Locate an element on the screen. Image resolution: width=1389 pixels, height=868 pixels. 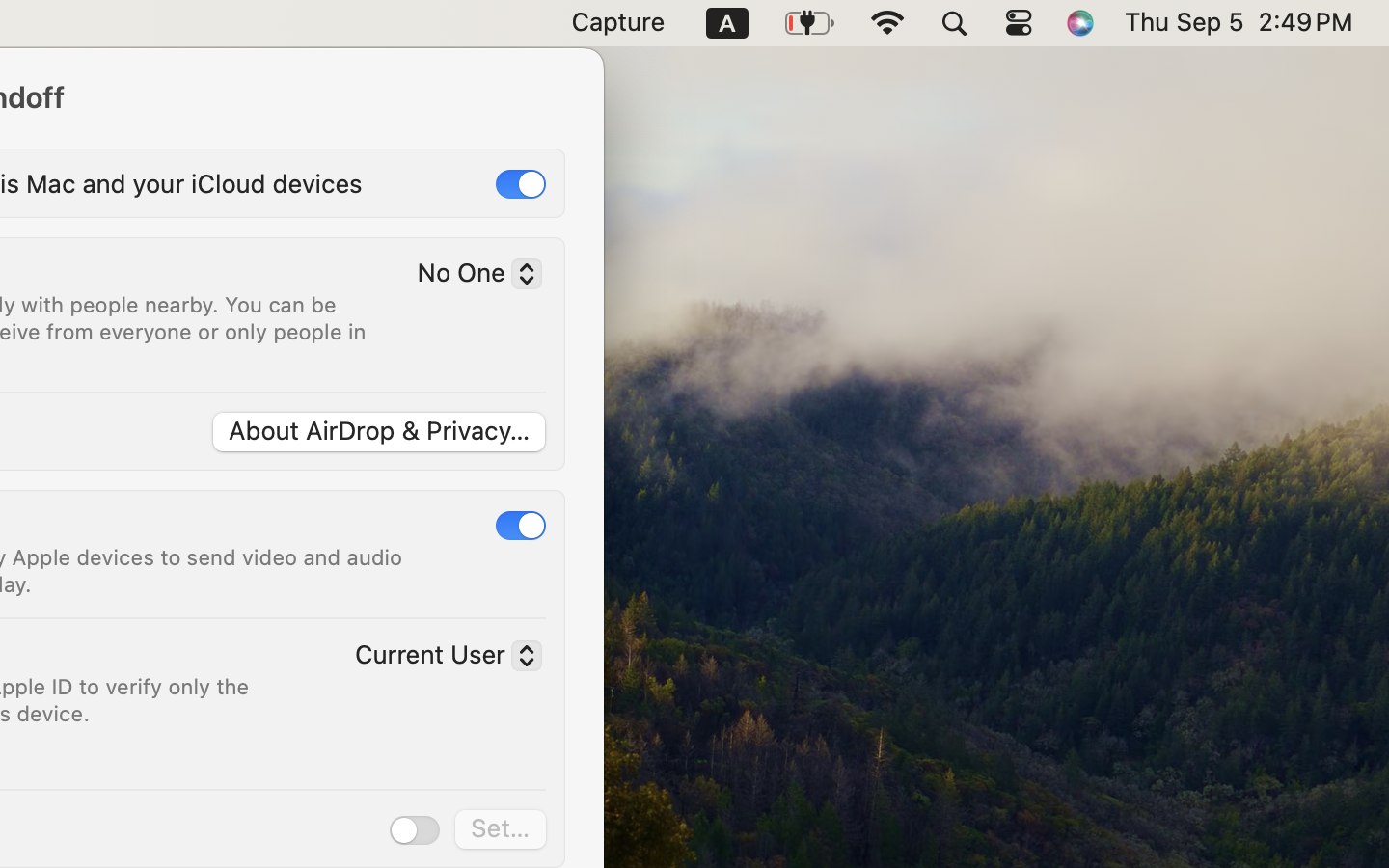
'Current User' is located at coordinates (441, 658).